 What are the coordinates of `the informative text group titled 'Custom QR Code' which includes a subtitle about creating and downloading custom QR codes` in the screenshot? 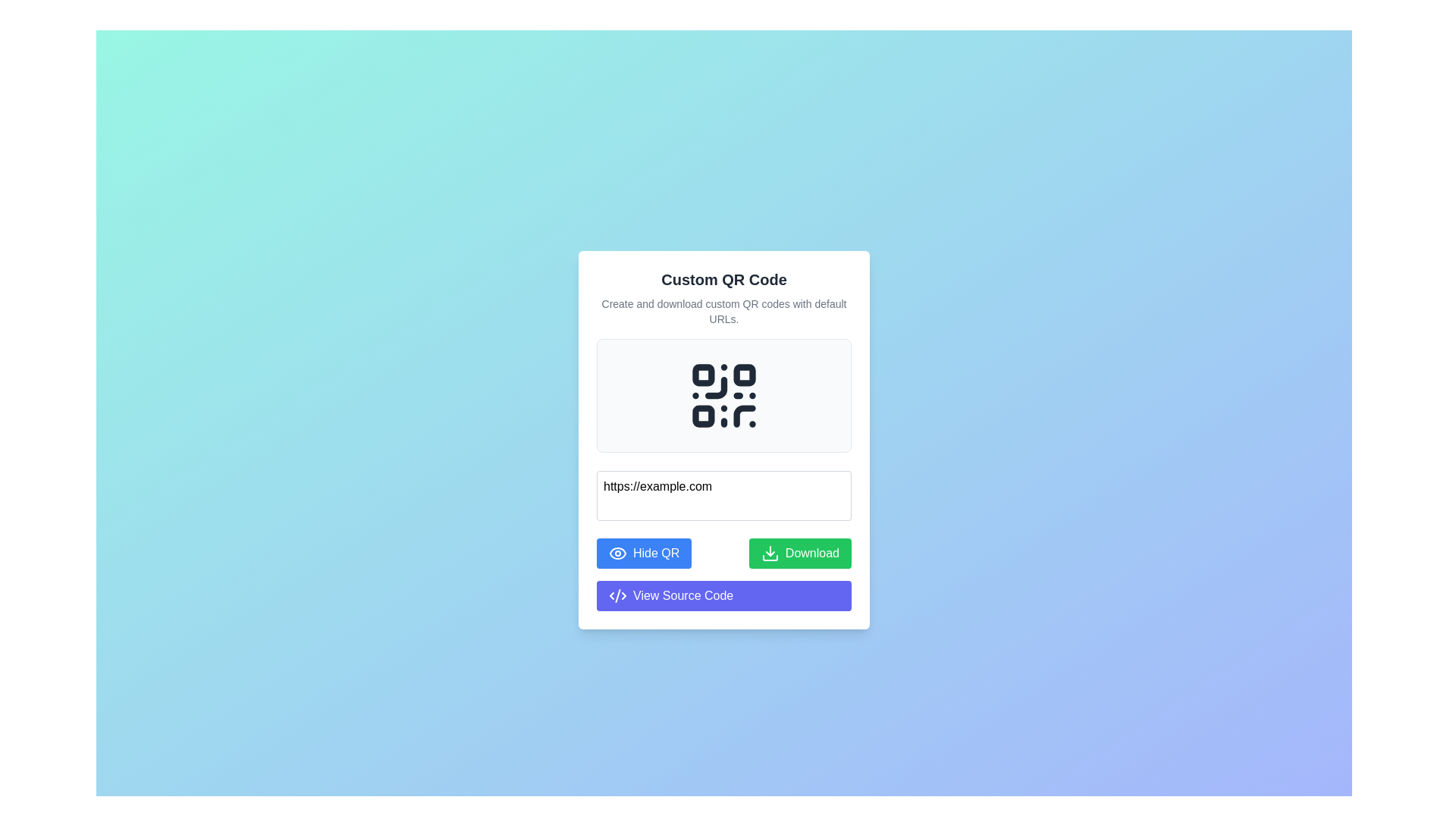 It's located at (723, 297).